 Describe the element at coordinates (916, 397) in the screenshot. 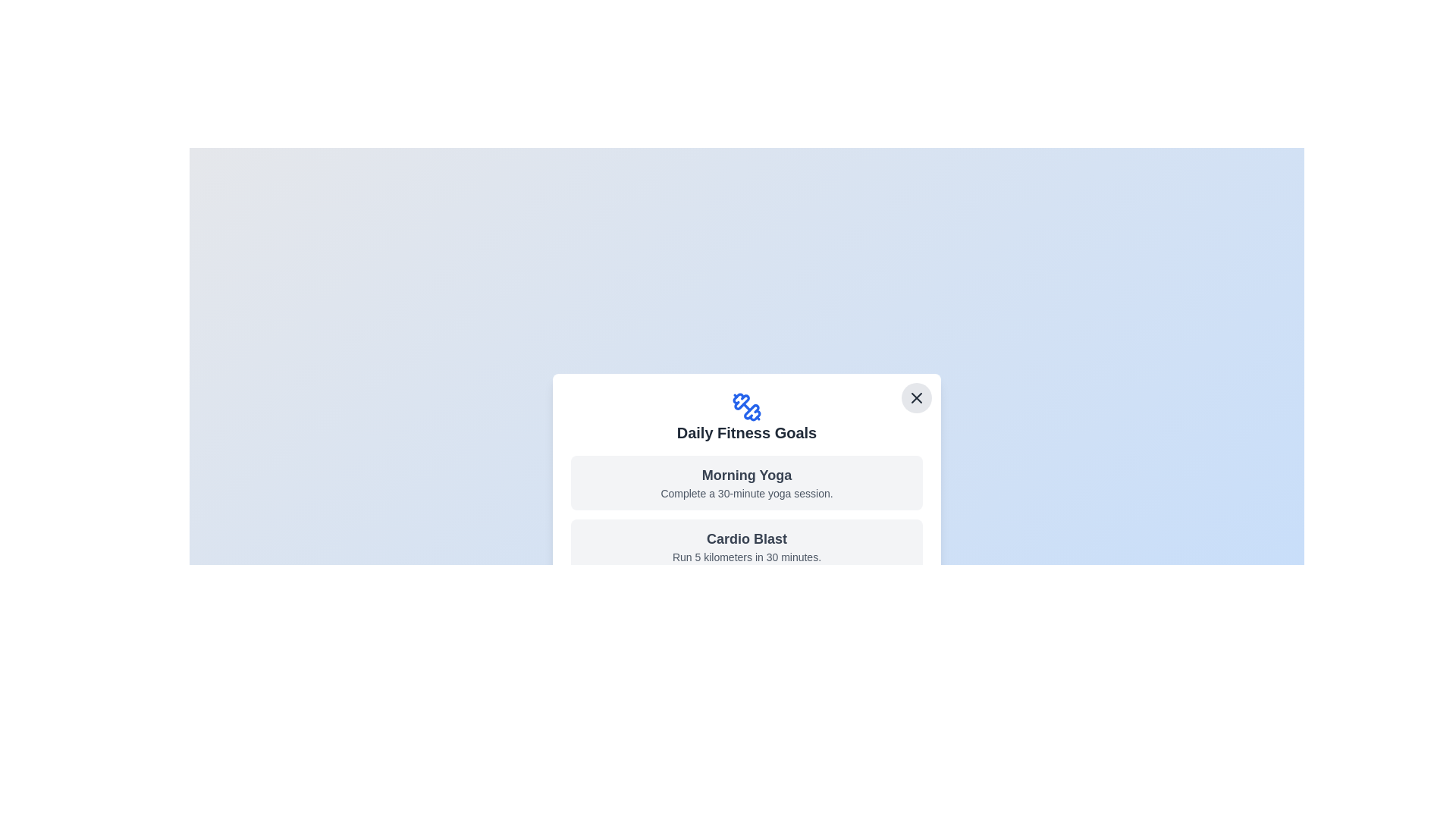

I see `the close icon button, which is an 'X' styled graphic located at the top-right corner of the 'Daily Fitness Goals' modal dialog` at that location.